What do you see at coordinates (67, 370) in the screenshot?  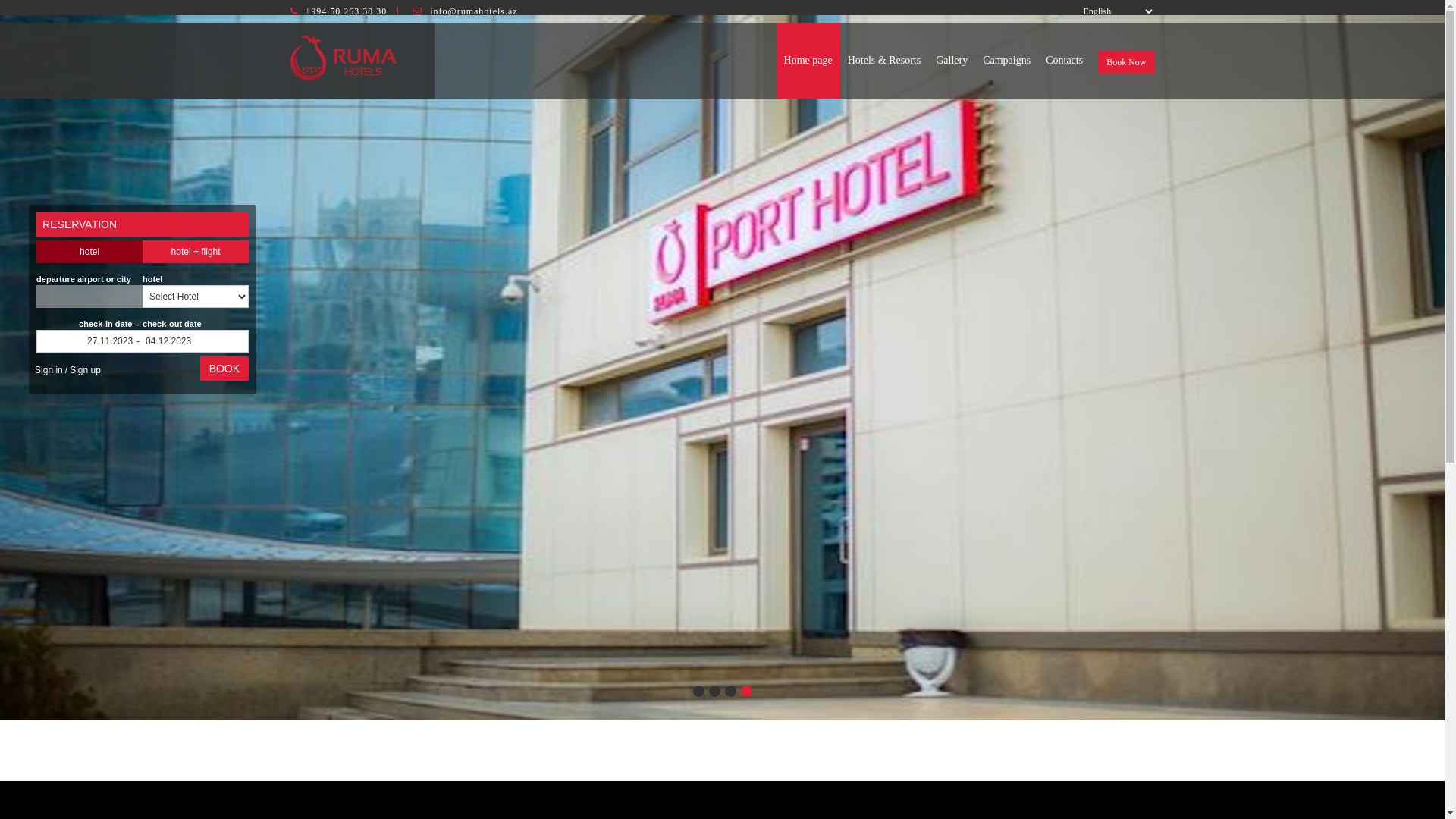 I see `'Sign up'` at bounding box center [67, 370].